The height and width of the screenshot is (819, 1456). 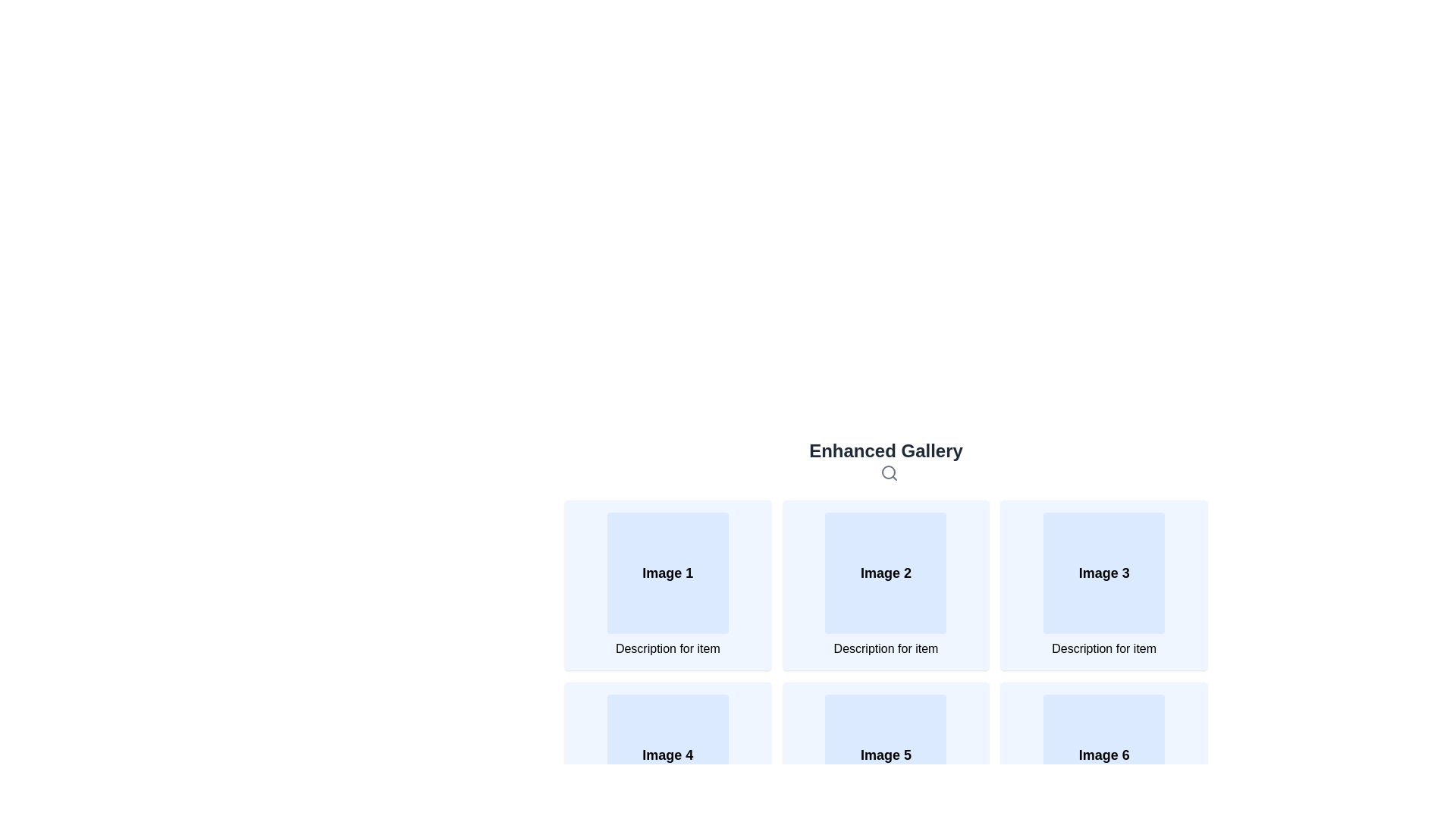 I want to click on the textual description element located just below the 'Image 1' title, so click(x=667, y=648).